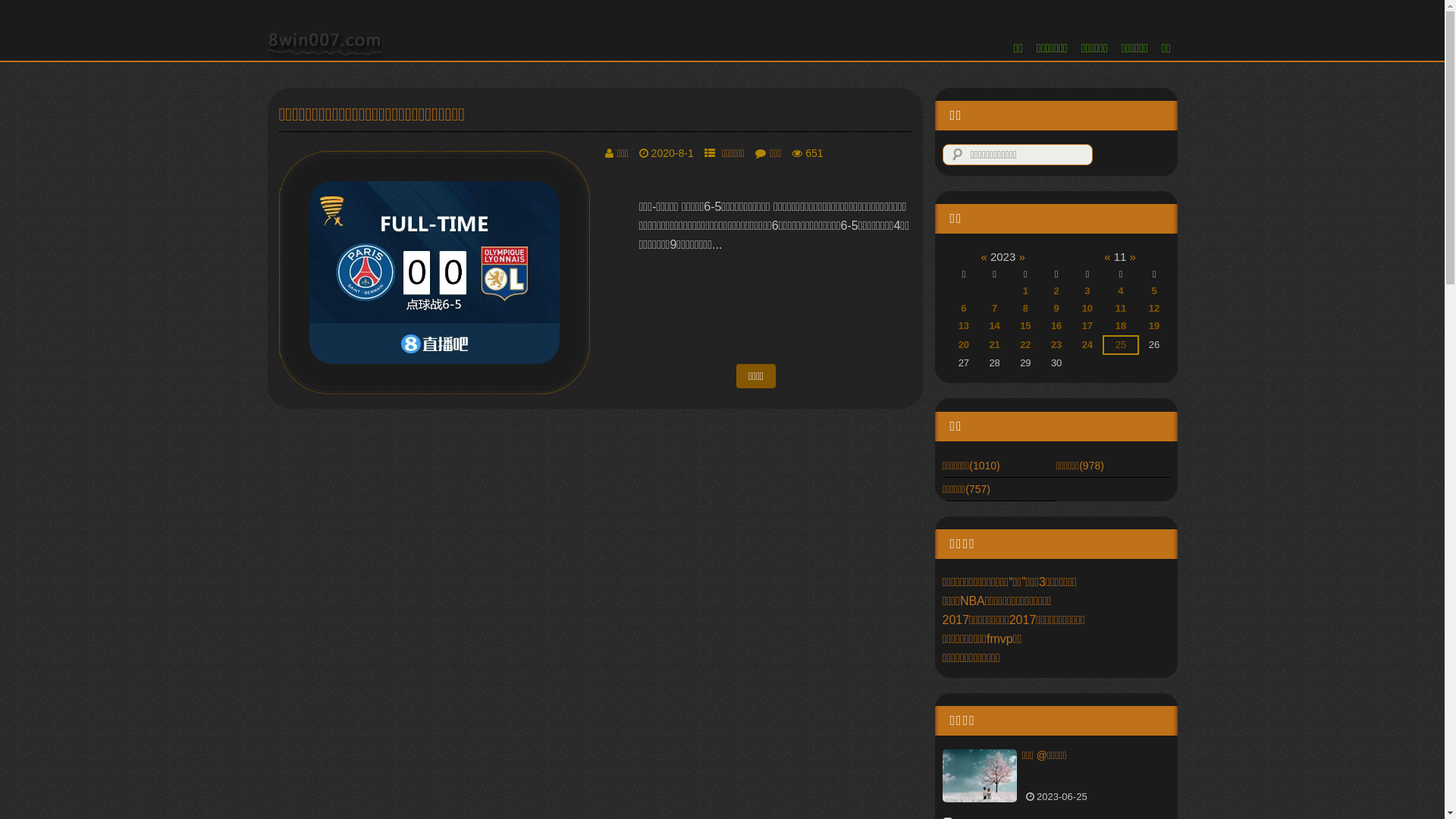  What do you see at coordinates (1086, 290) in the screenshot?
I see `'3'` at bounding box center [1086, 290].